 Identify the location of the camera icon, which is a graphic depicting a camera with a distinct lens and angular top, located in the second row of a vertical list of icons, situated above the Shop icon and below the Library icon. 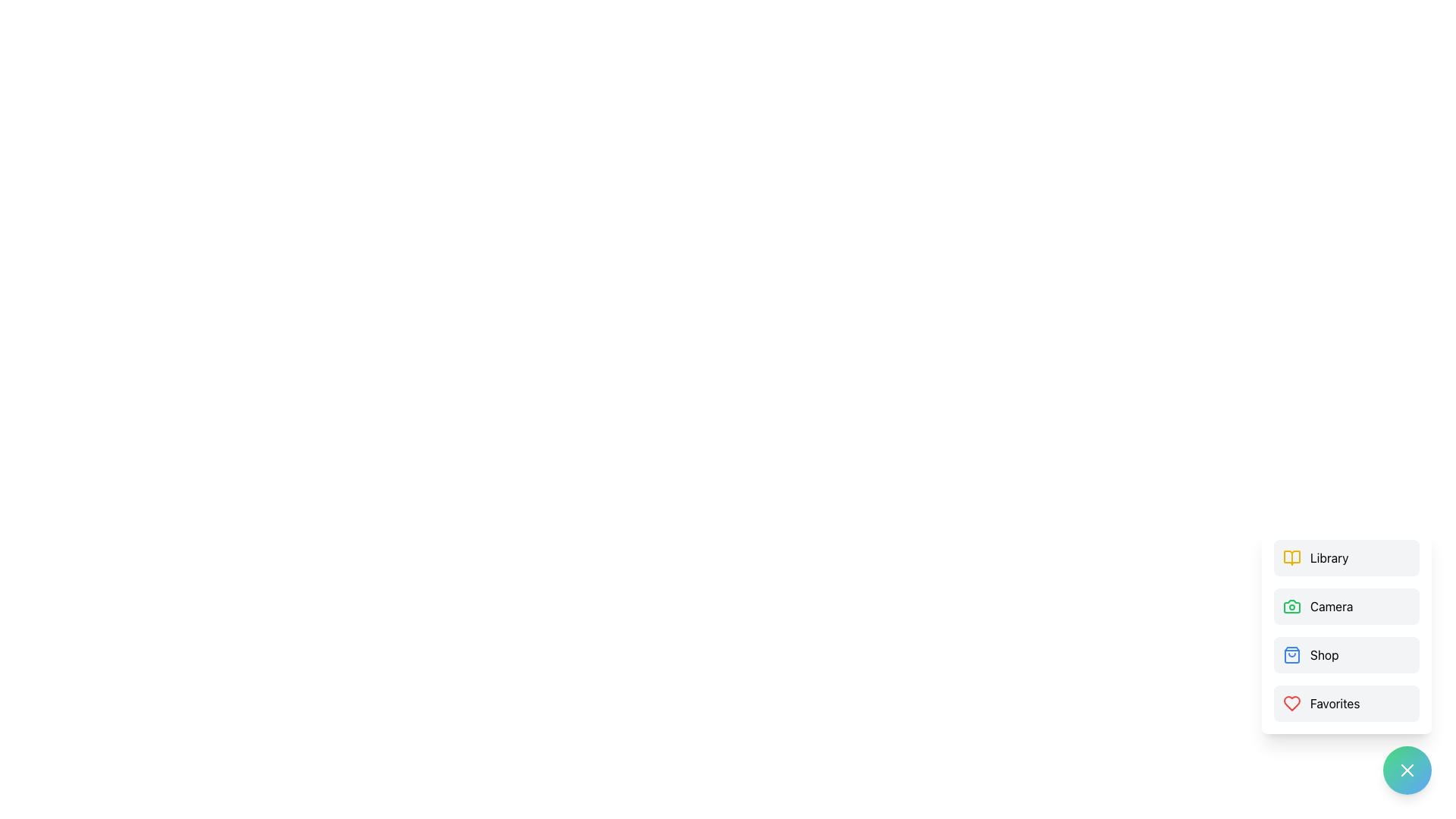
(1291, 605).